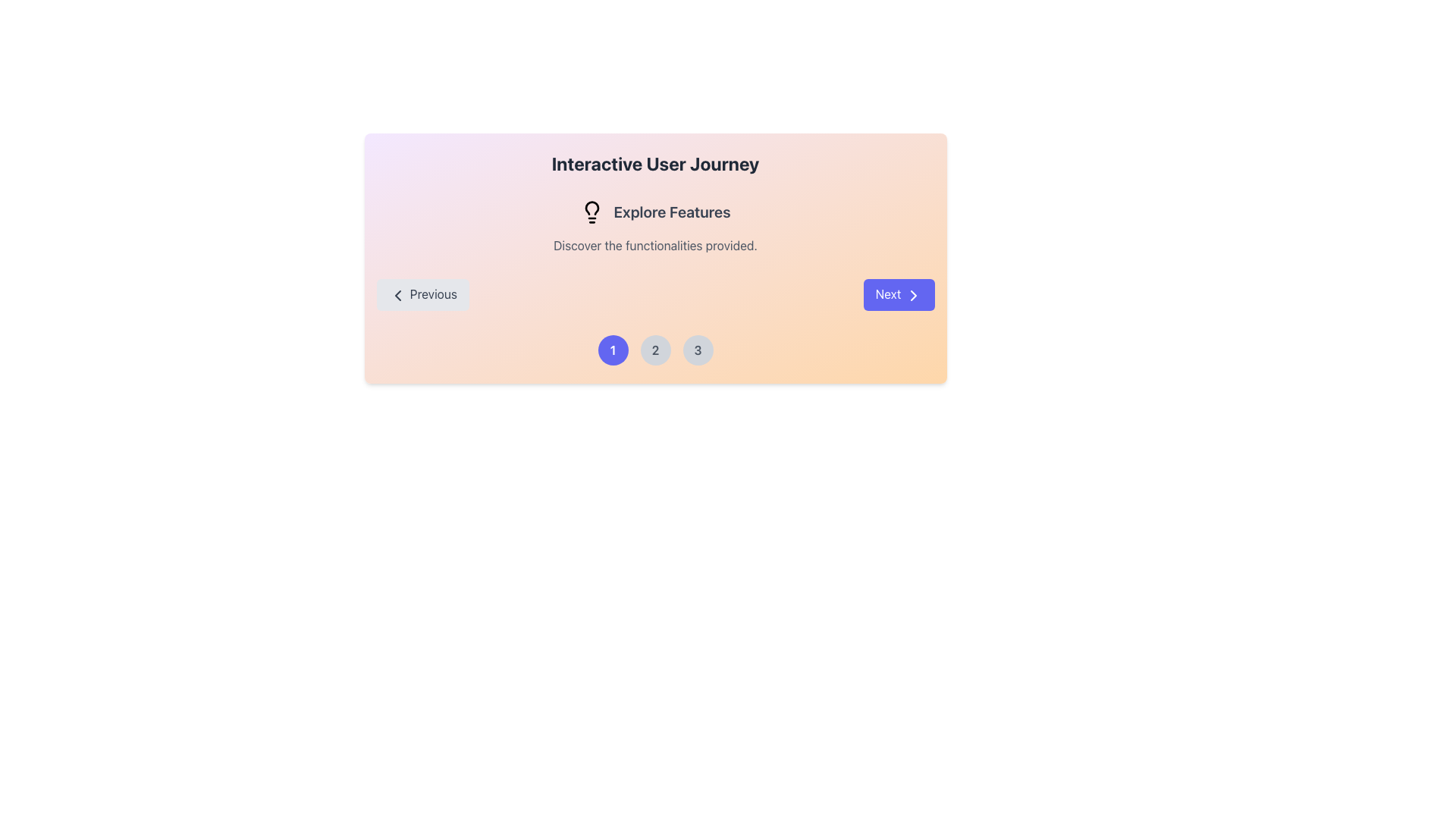 This screenshot has height=819, width=1456. I want to click on the static text element displaying 'Explore Features' with a lightbulb icon, which is positioned near the top-center of the interface, so click(655, 212).